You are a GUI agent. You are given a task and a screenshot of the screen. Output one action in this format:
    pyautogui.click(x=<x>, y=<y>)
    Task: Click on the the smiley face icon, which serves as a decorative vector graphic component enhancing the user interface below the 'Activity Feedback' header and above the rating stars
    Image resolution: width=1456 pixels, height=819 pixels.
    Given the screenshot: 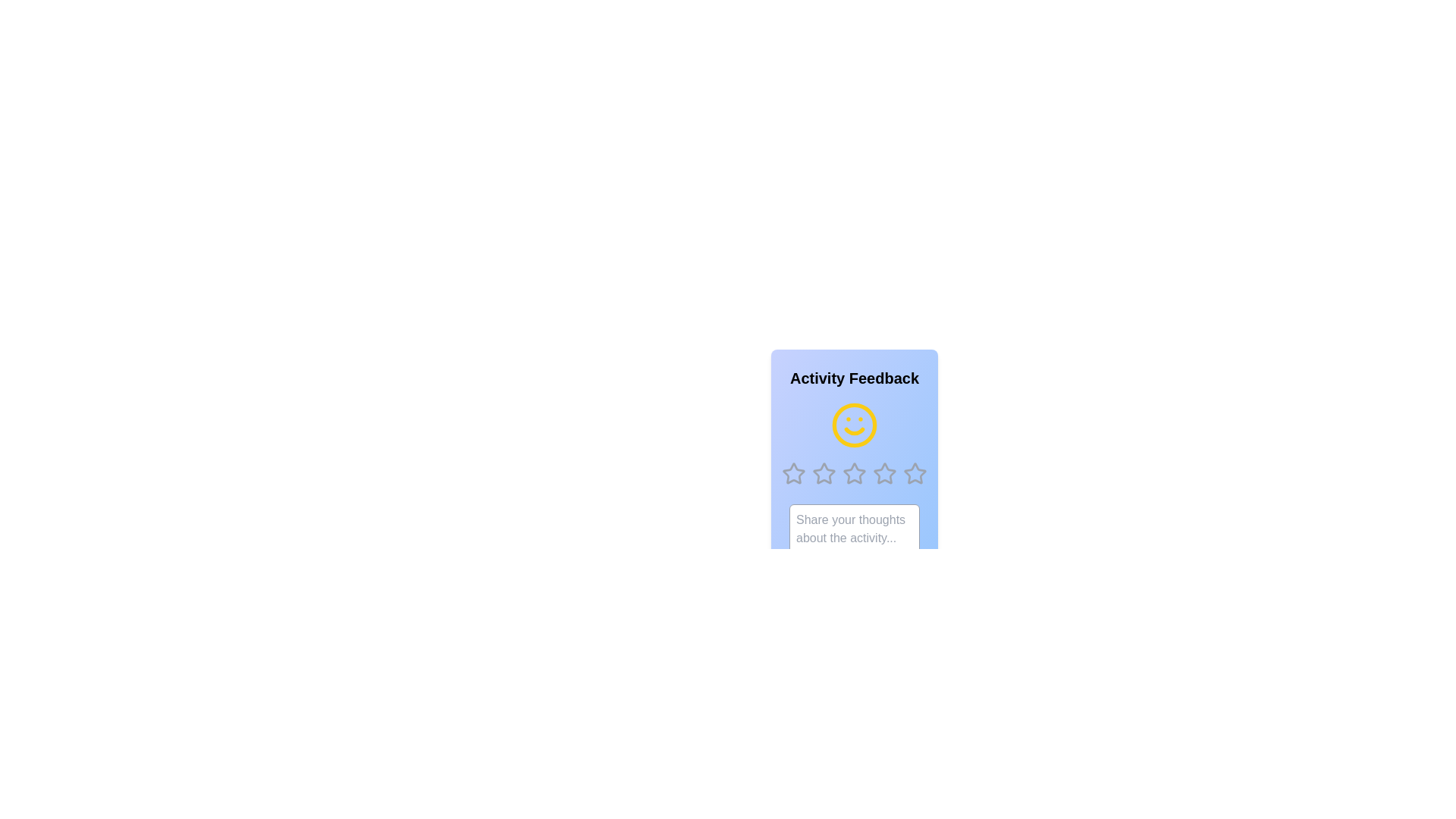 What is the action you would take?
    pyautogui.click(x=855, y=425)
    